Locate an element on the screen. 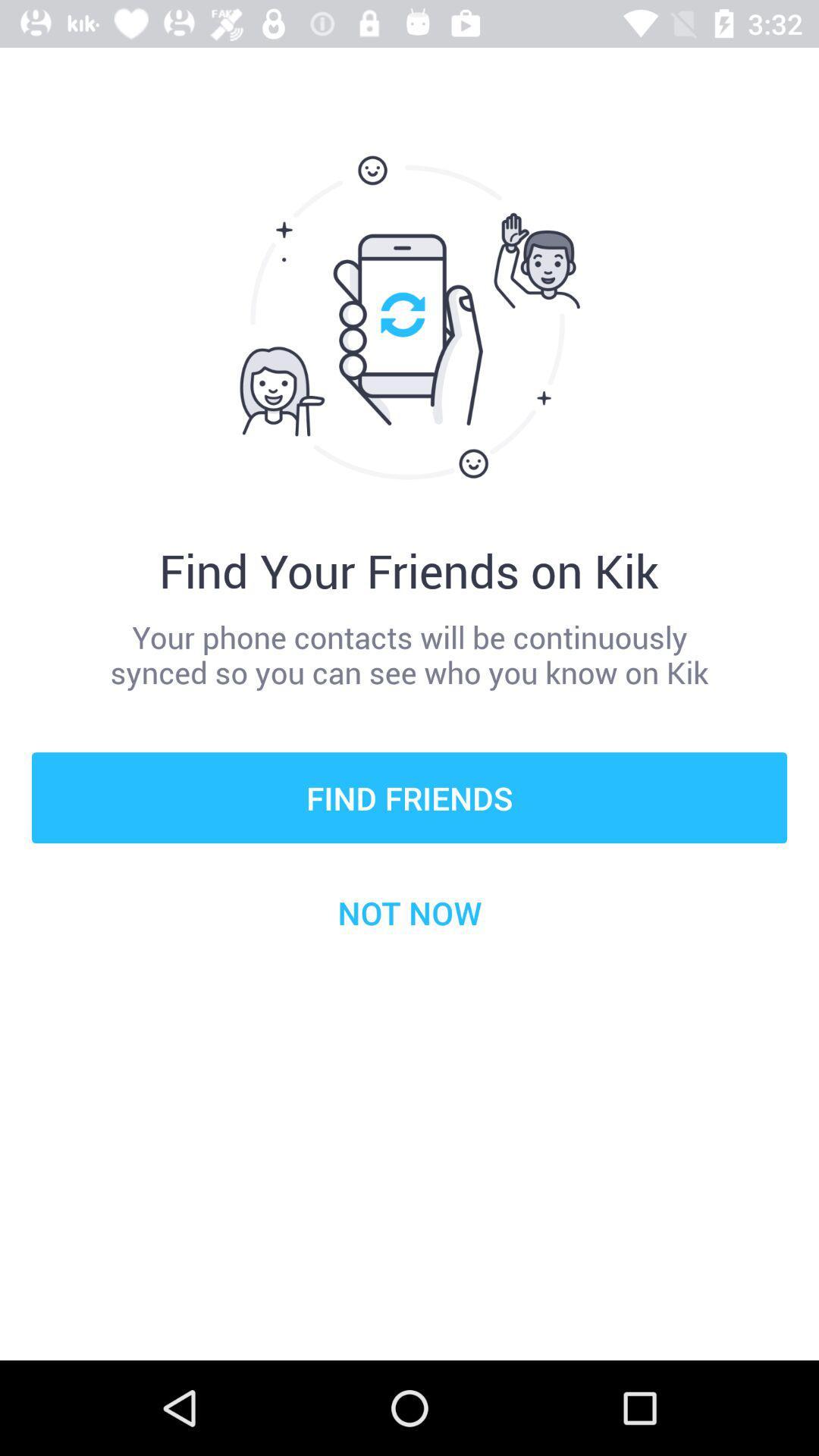  item below the find friends icon is located at coordinates (409, 912).